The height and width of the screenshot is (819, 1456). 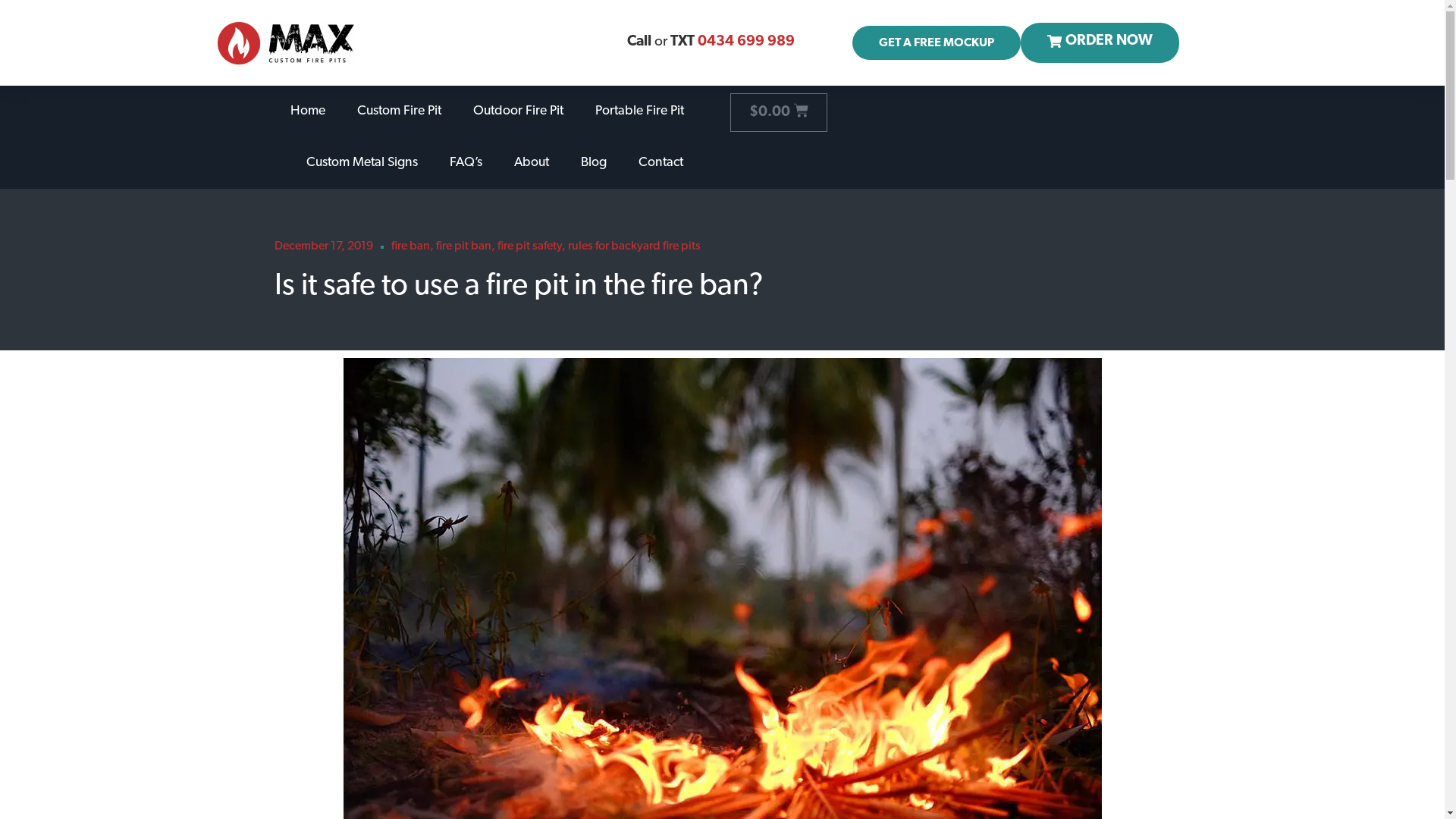 What do you see at coordinates (745, 41) in the screenshot?
I see `'0434 699 989'` at bounding box center [745, 41].